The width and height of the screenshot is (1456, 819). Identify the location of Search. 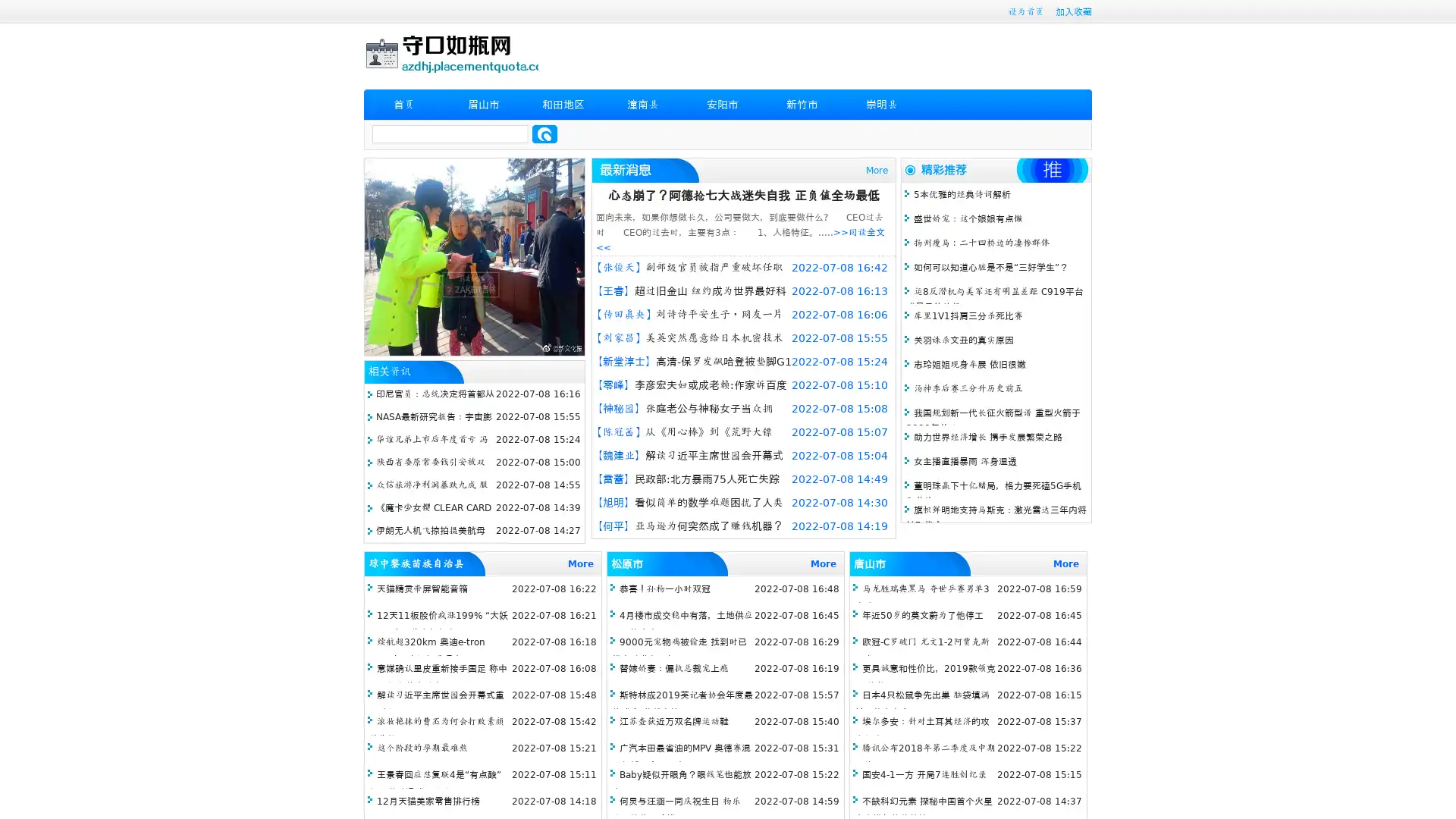
(544, 133).